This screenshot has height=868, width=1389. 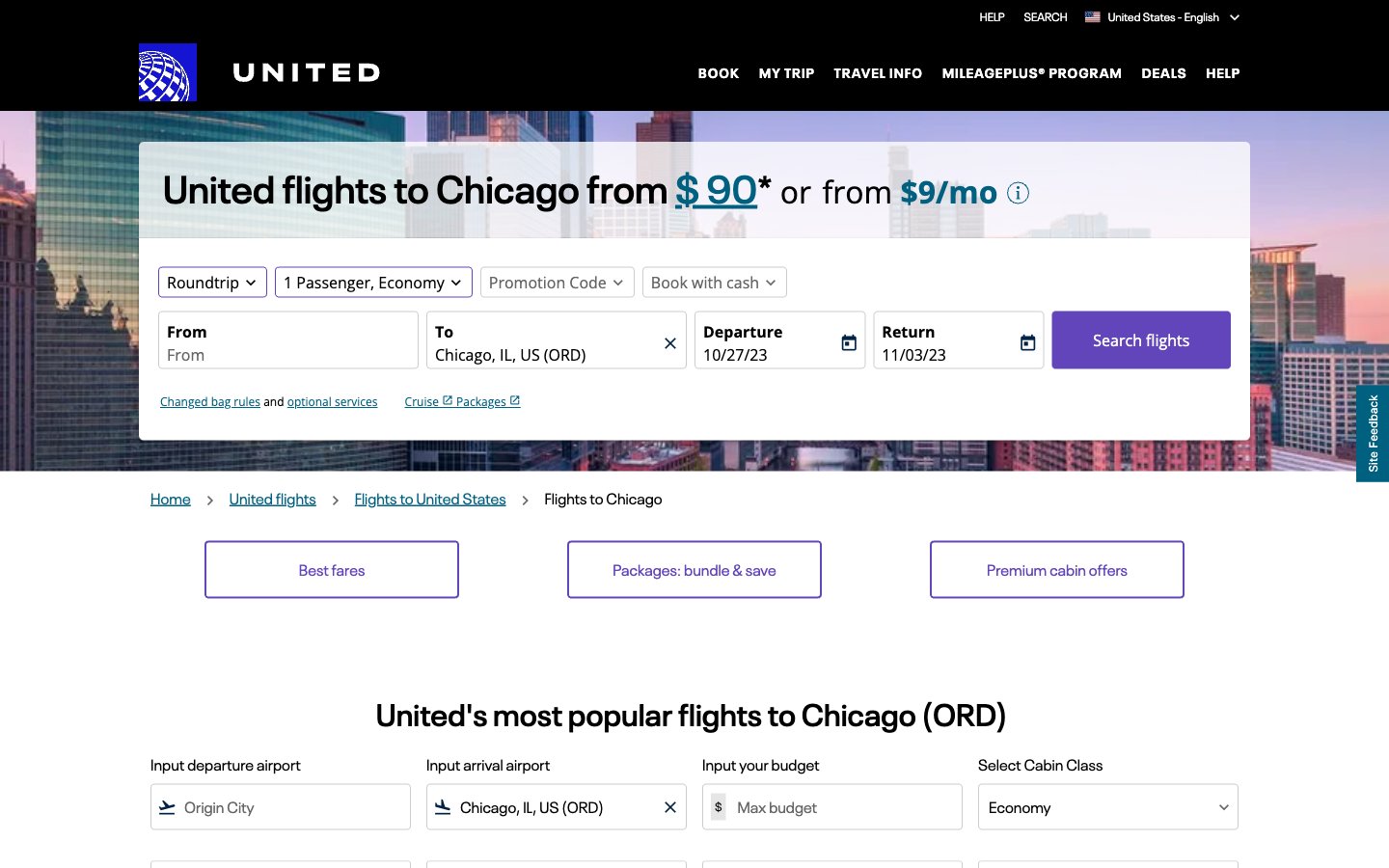 I want to click on Redirect to my trip, so click(x=787, y=70).